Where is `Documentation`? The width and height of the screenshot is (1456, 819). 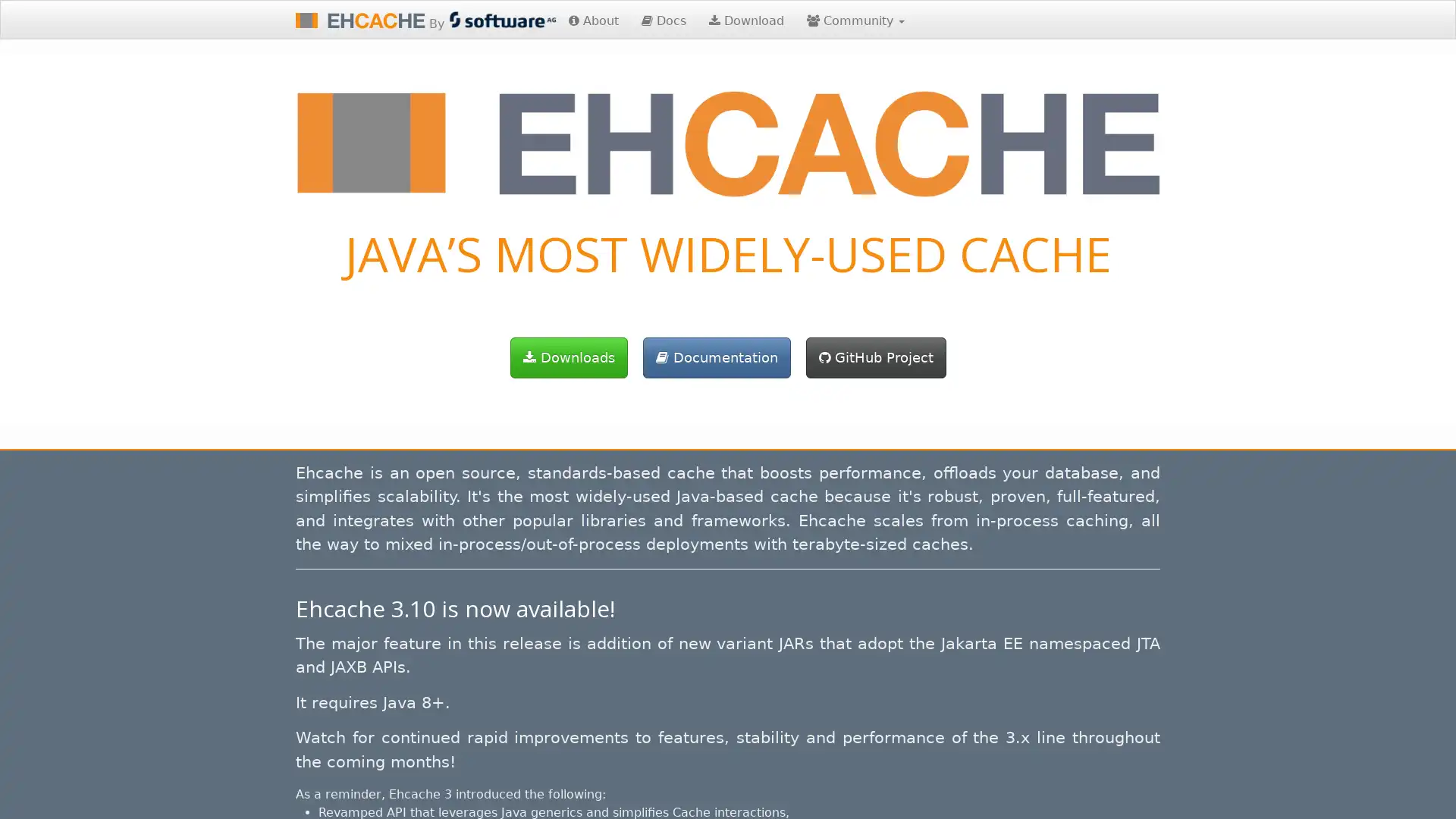
Documentation is located at coordinates (715, 356).